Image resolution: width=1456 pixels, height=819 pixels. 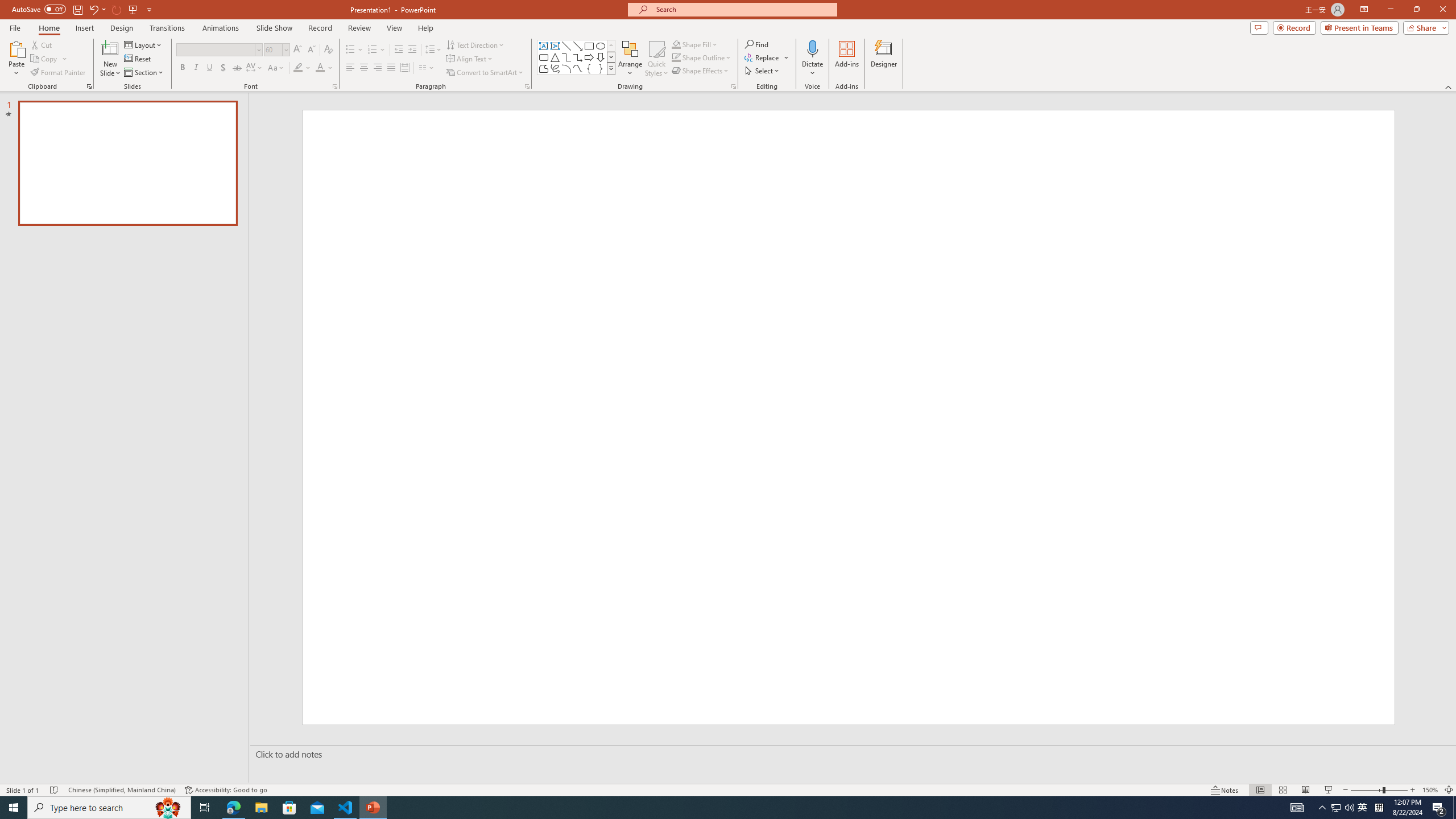 I want to click on 'Line', so click(x=565, y=45).